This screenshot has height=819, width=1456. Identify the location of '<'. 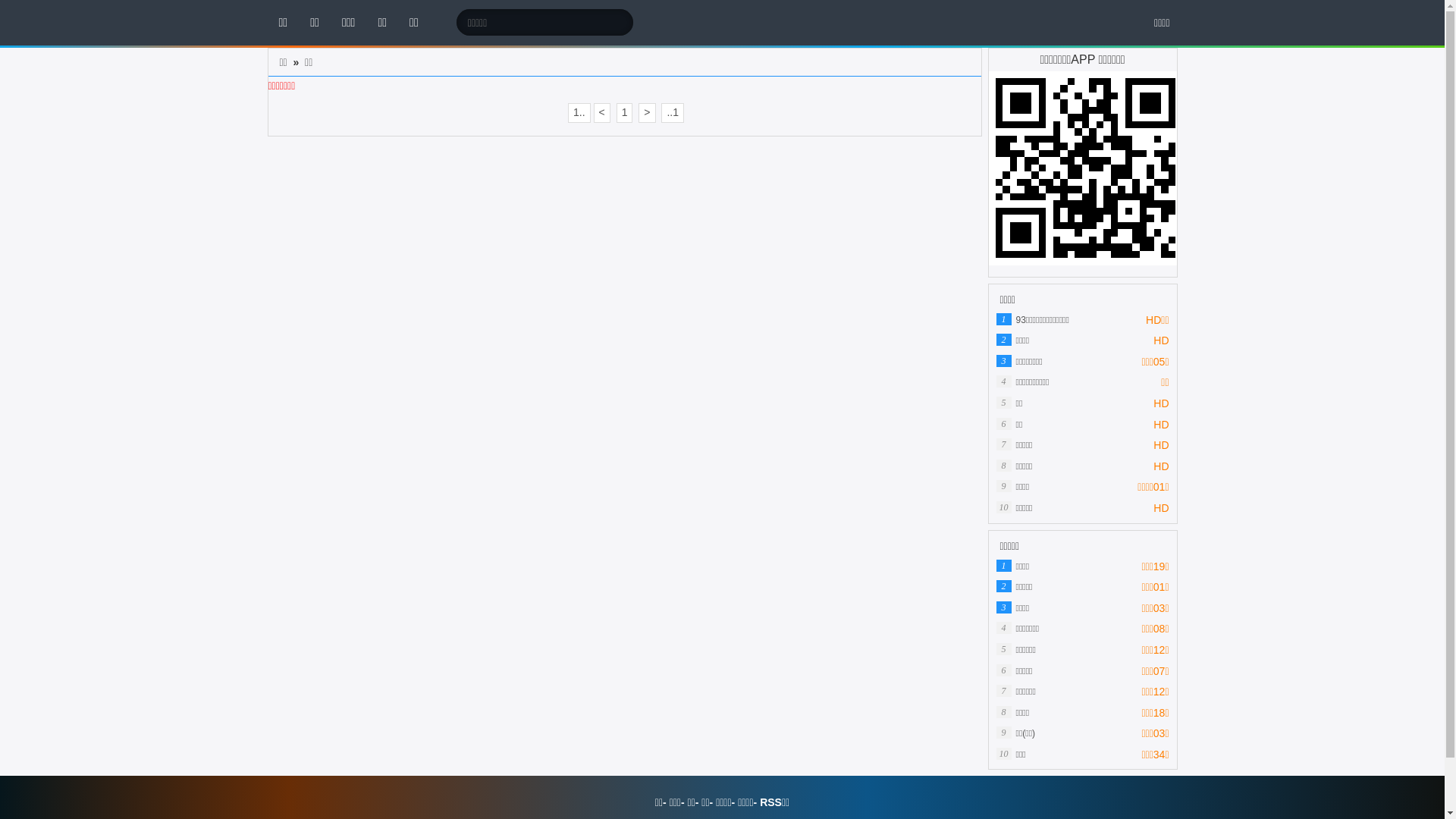
(592, 112).